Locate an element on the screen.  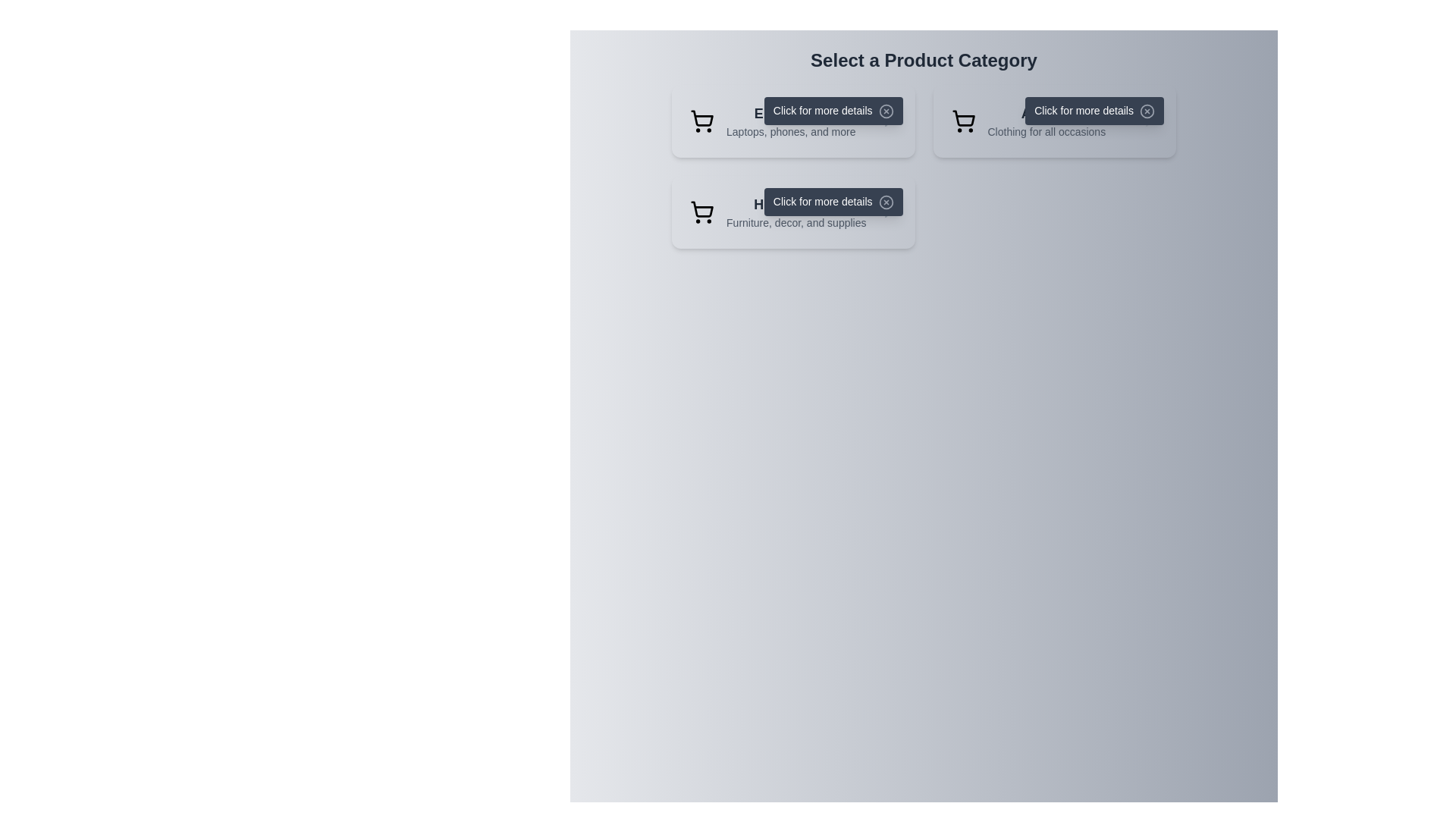
the right-pointing chevron icon styled as an SVG within the 'Click for more details' button associated with the 'Home' category is located at coordinates (887, 212).